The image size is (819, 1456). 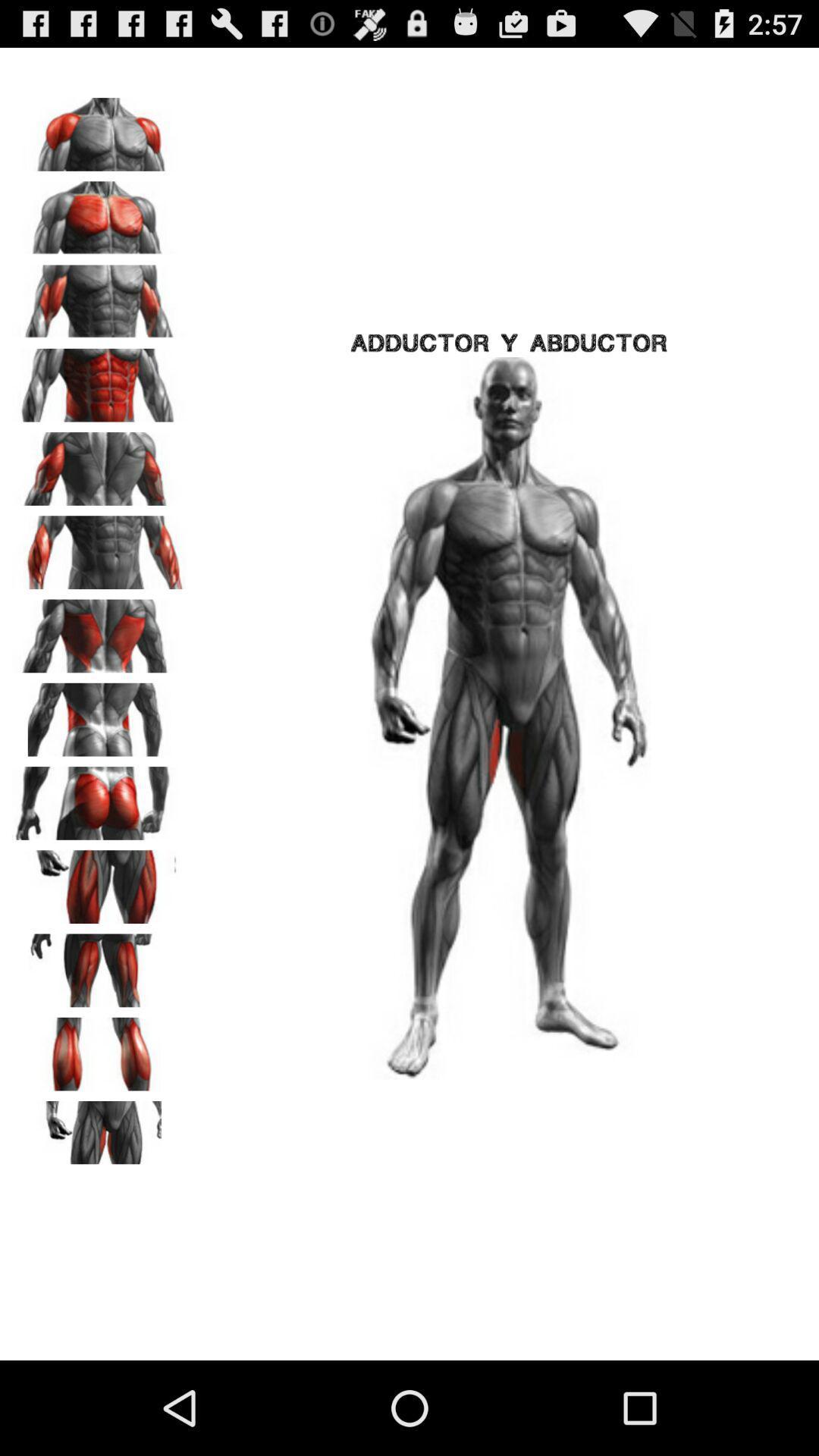 I want to click on legs selection, so click(x=99, y=1048).